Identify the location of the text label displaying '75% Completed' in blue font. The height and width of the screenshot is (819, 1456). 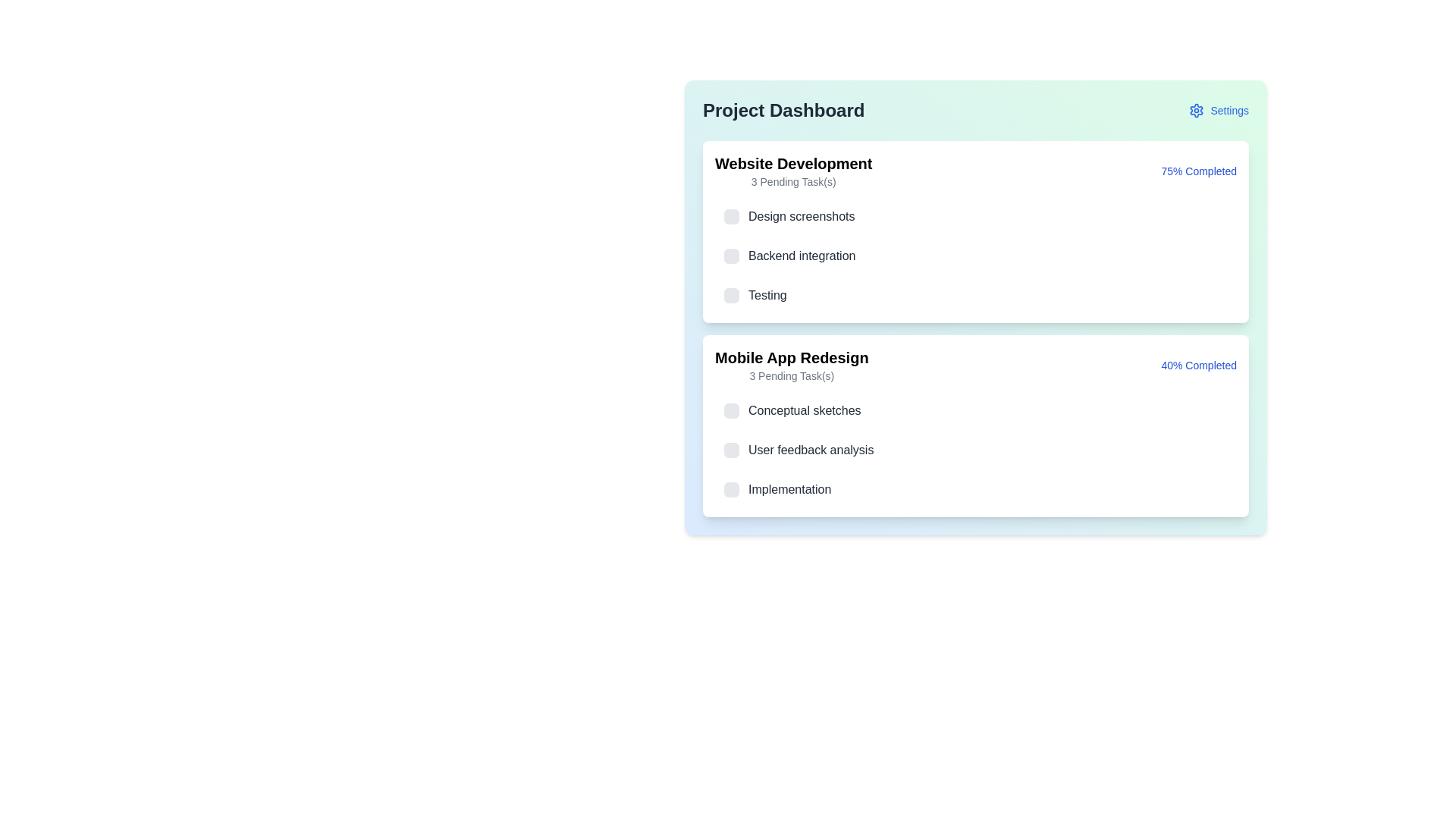
(1198, 171).